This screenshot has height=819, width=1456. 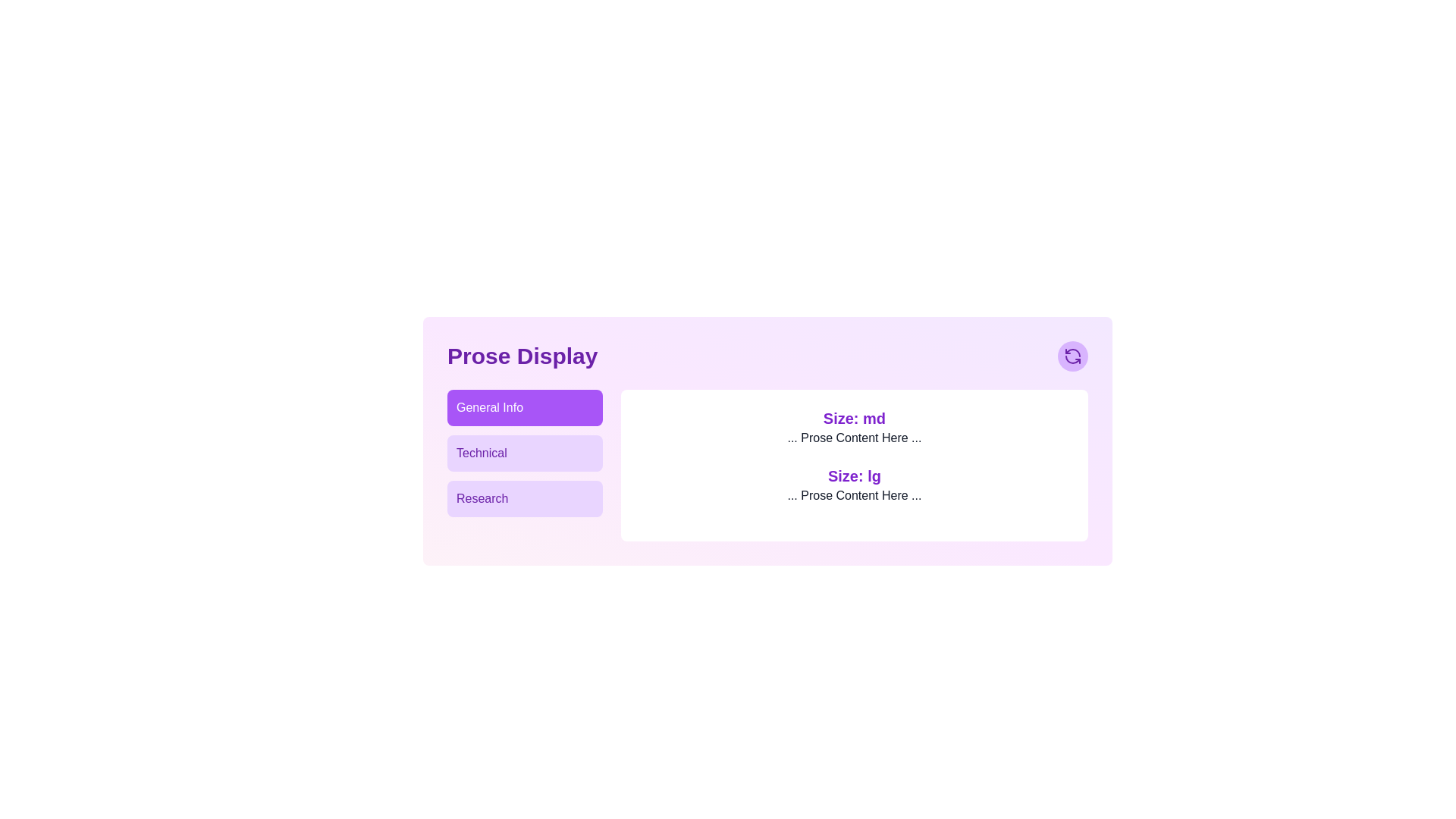 What do you see at coordinates (1072, 356) in the screenshot?
I see `the refresh button with an icon located in the top right corner of the 'Prose Display' panel` at bounding box center [1072, 356].